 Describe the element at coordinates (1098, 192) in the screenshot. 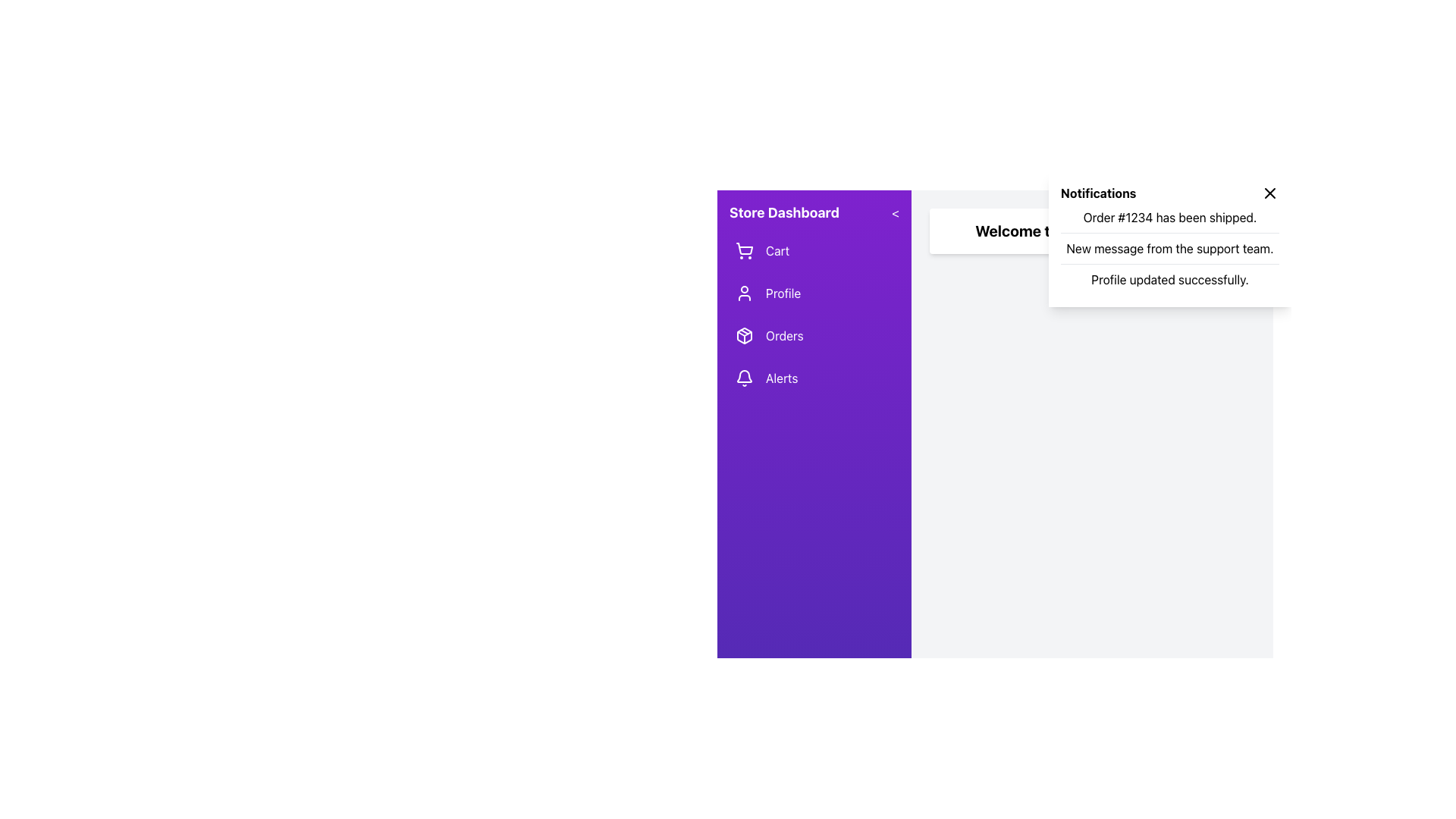

I see `bold text label 'Notifications' located at the top-left of the popup overlay` at that location.